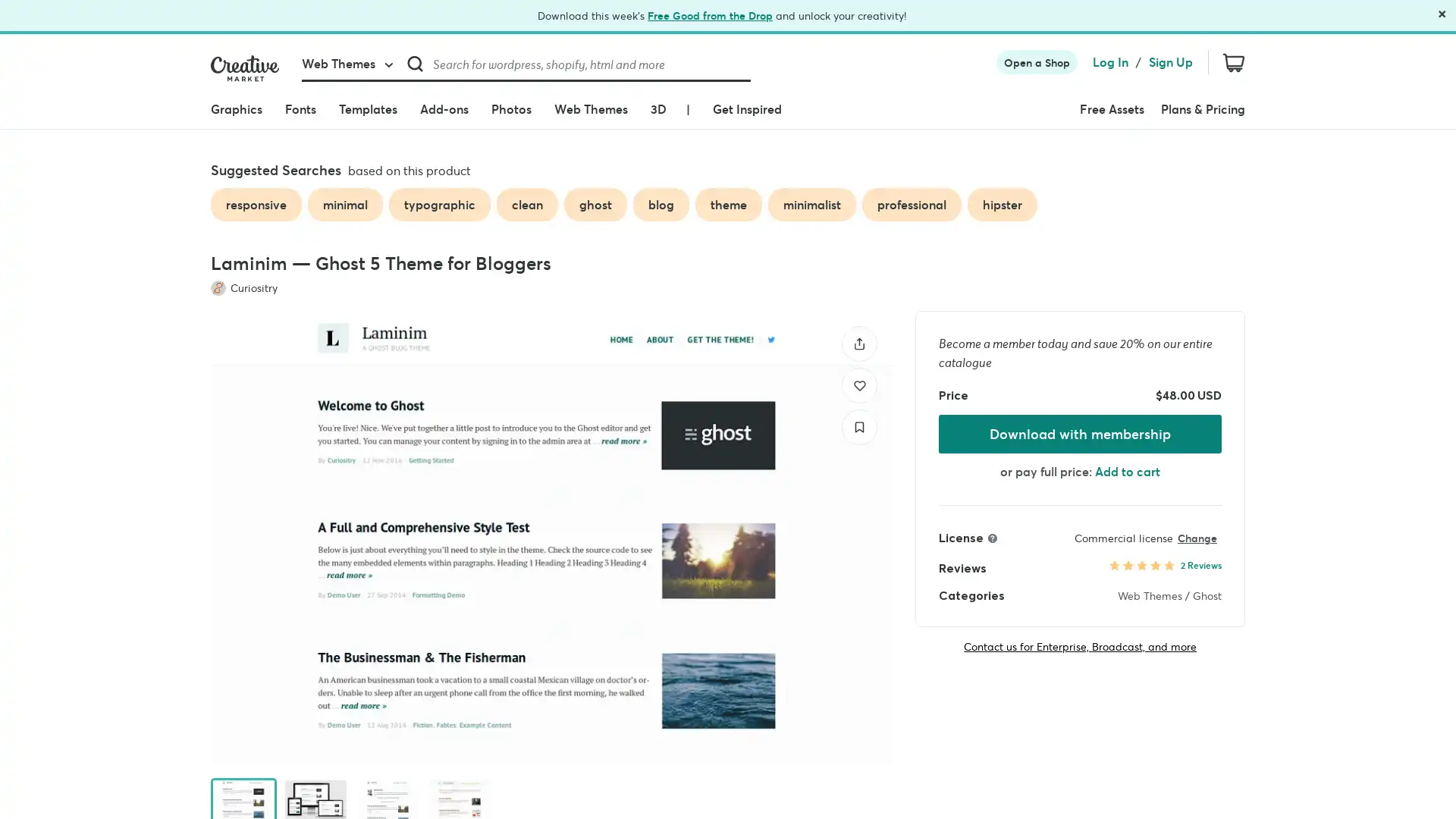 The height and width of the screenshot is (819, 1456). I want to click on Save to collection, so click(859, 426).